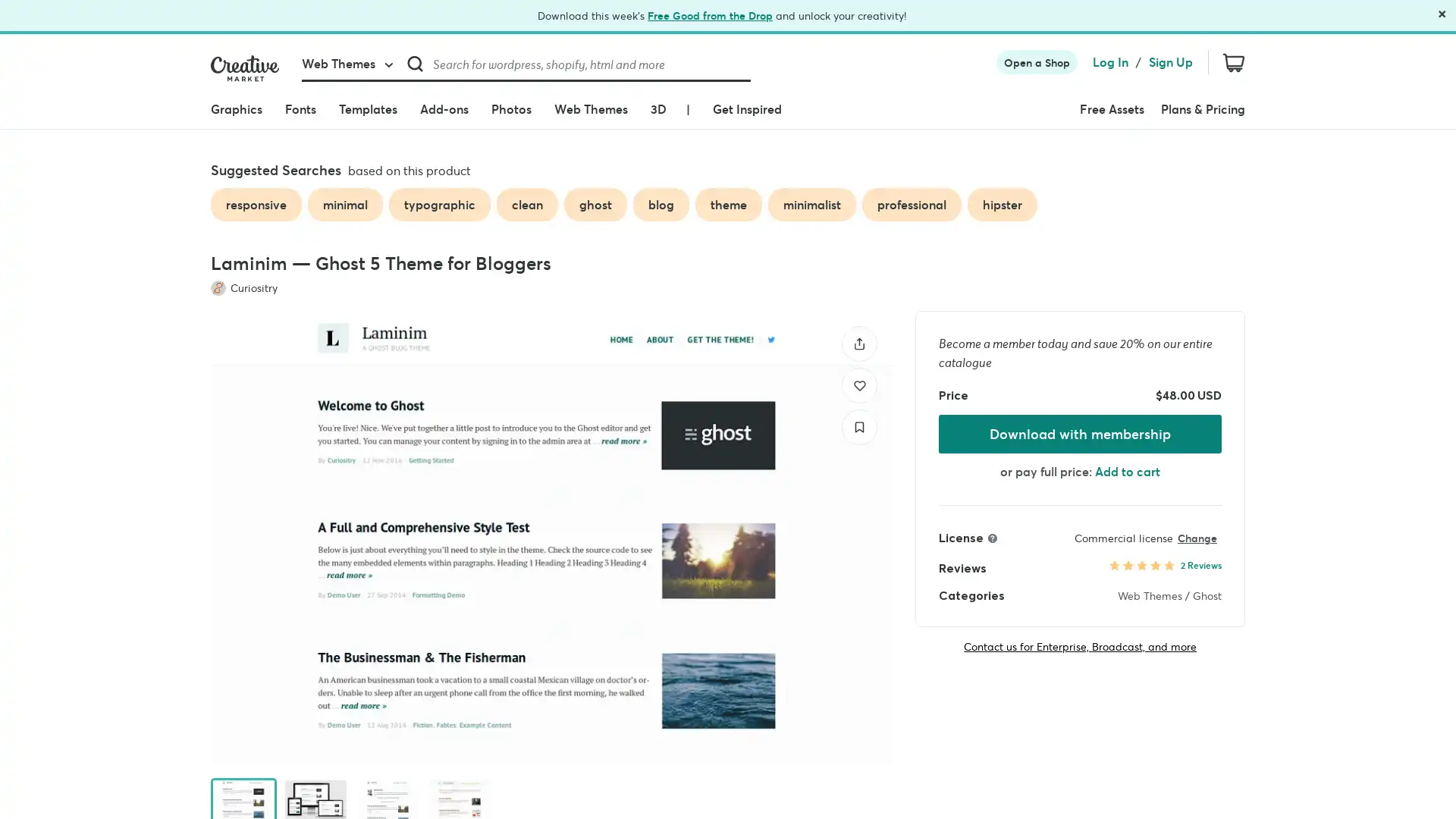 The height and width of the screenshot is (819, 1456). I want to click on Save to collection, so click(859, 426).